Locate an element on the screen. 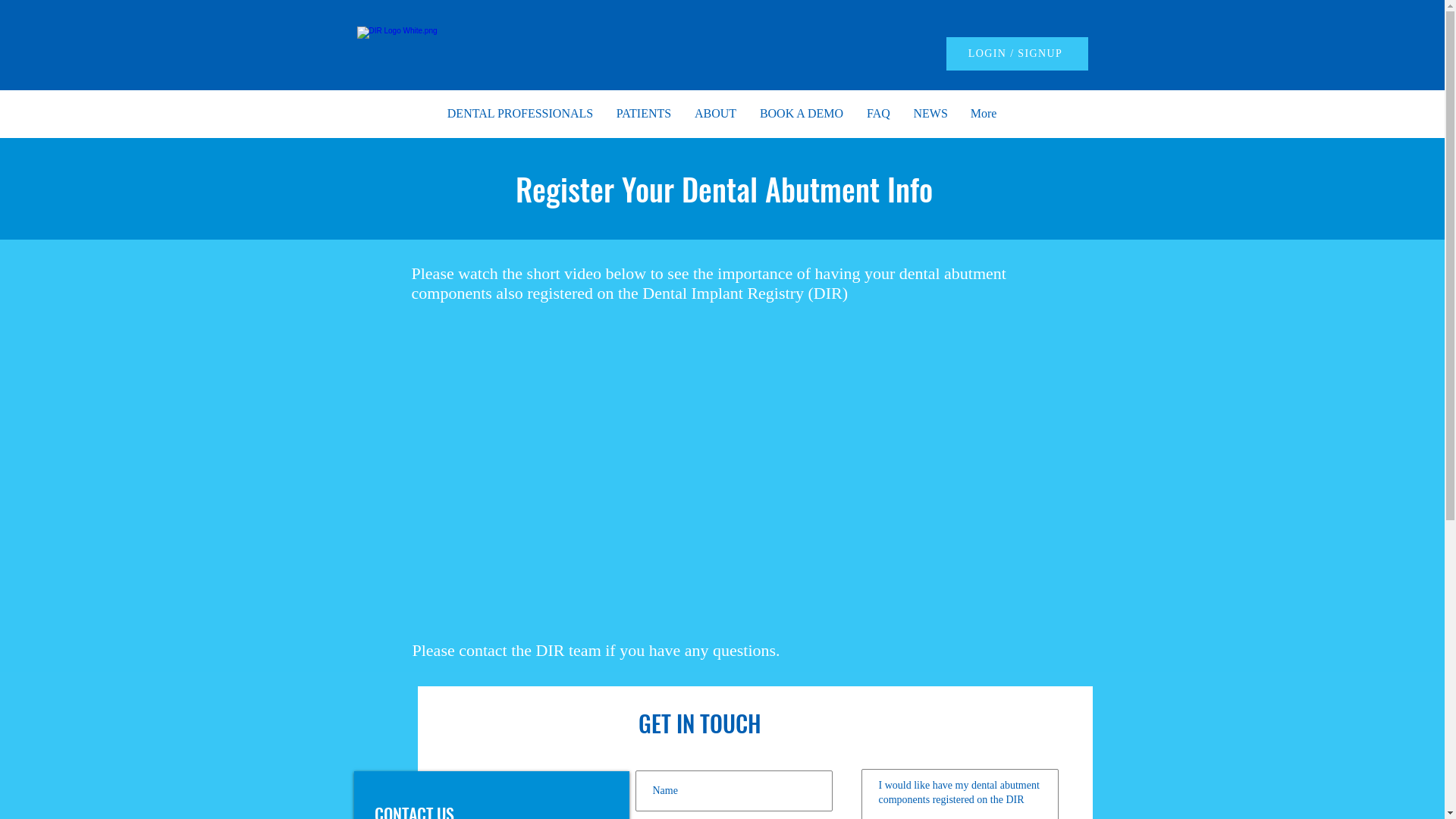 The height and width of the screenshot is (819, 1456). 'BOOK A DEMO' is located at coordinates (800, 113).